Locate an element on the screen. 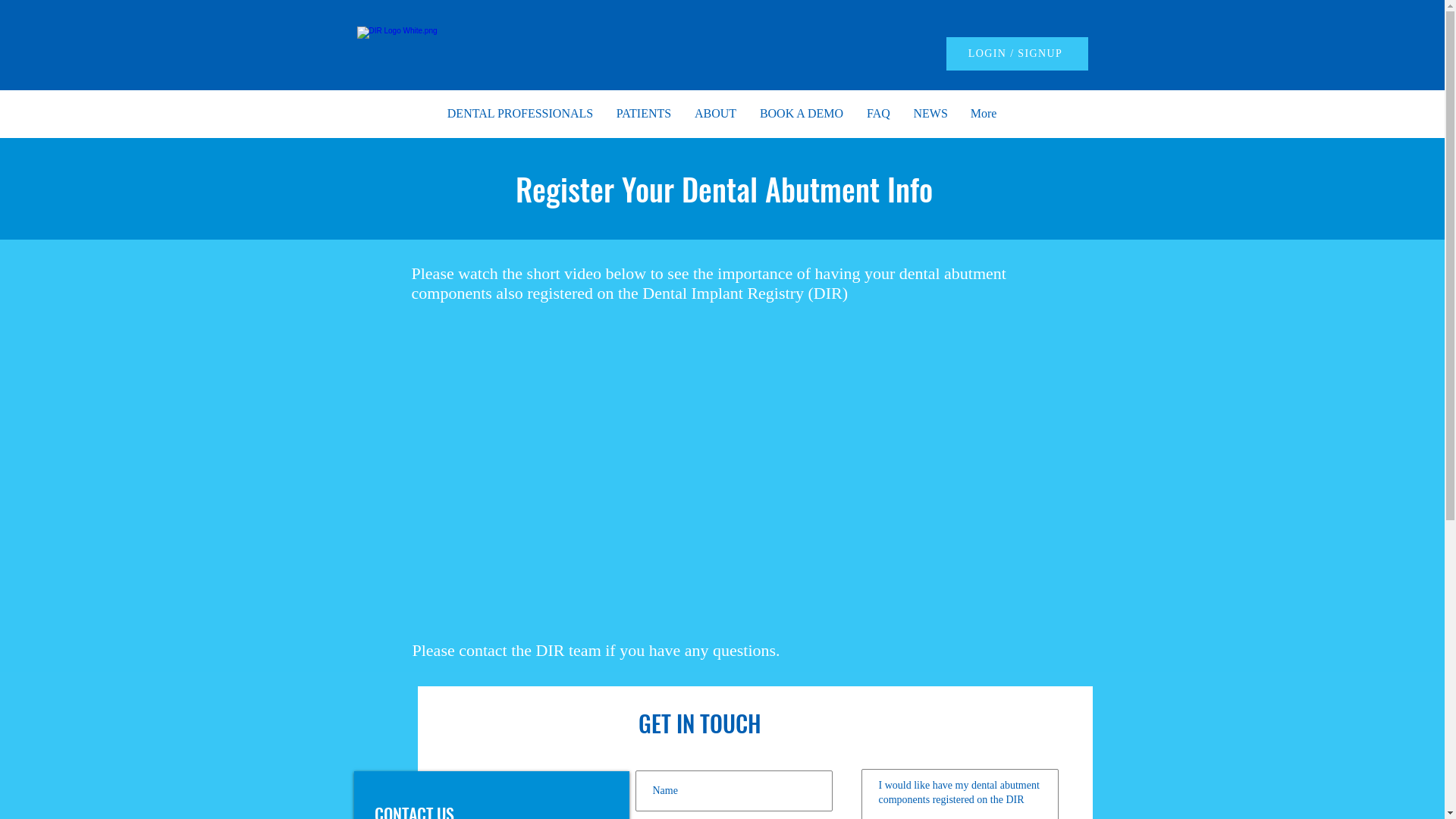 The height and width of the screenshot is (819, 1456). 'BOOK A DEMO' is located at coordinates (800, 113).